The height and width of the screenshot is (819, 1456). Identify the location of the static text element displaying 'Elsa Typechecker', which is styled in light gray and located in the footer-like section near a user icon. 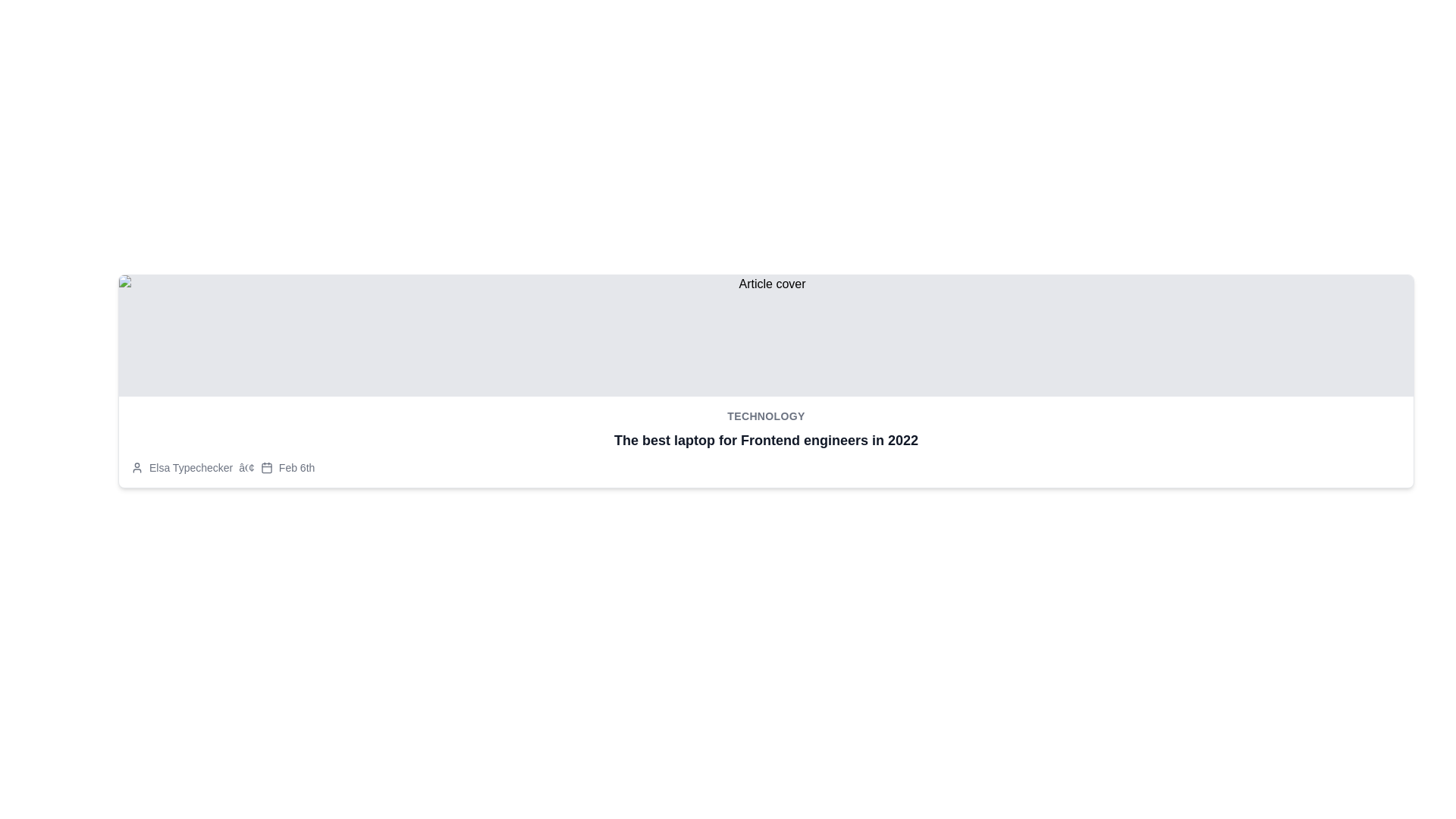
(190, 467).